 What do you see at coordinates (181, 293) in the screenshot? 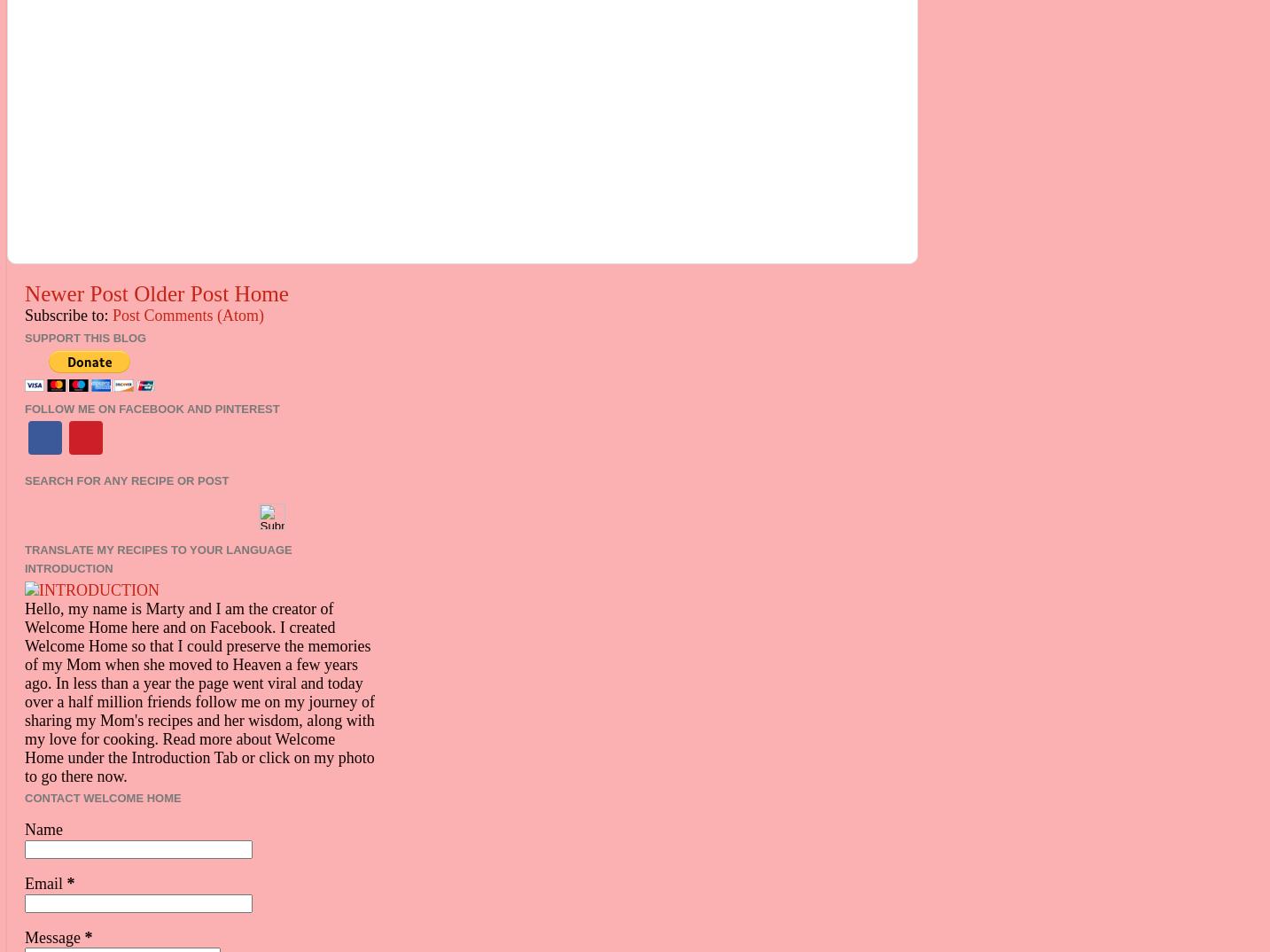
I see `'Older Post'` at bounding box center [181, 293].